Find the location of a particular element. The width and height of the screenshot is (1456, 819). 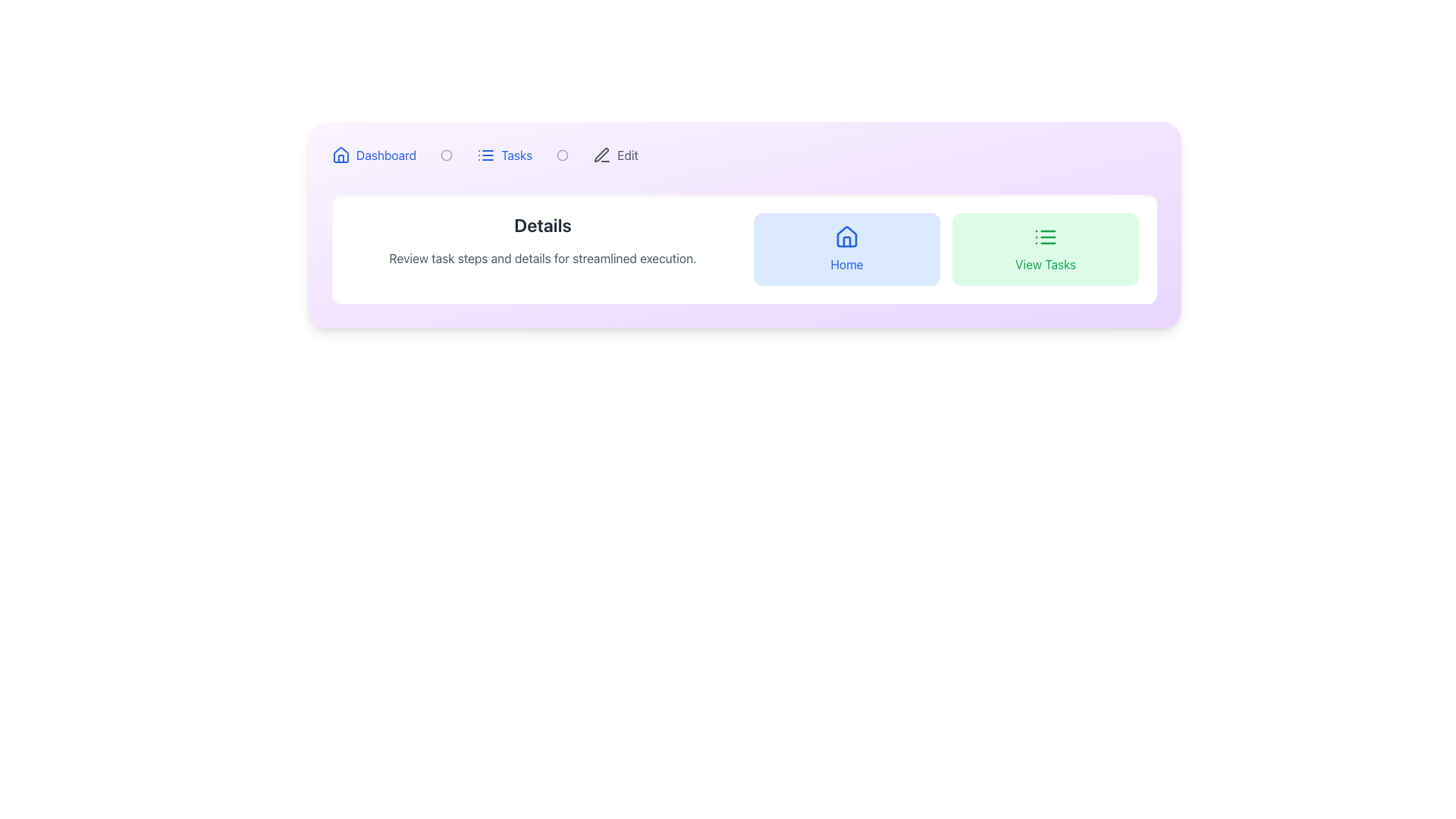

the small circular icon with a gray outer rim located in the navigation bar between the 'Tasks' and 'Edit' labels is located at coordinates (562, 155).